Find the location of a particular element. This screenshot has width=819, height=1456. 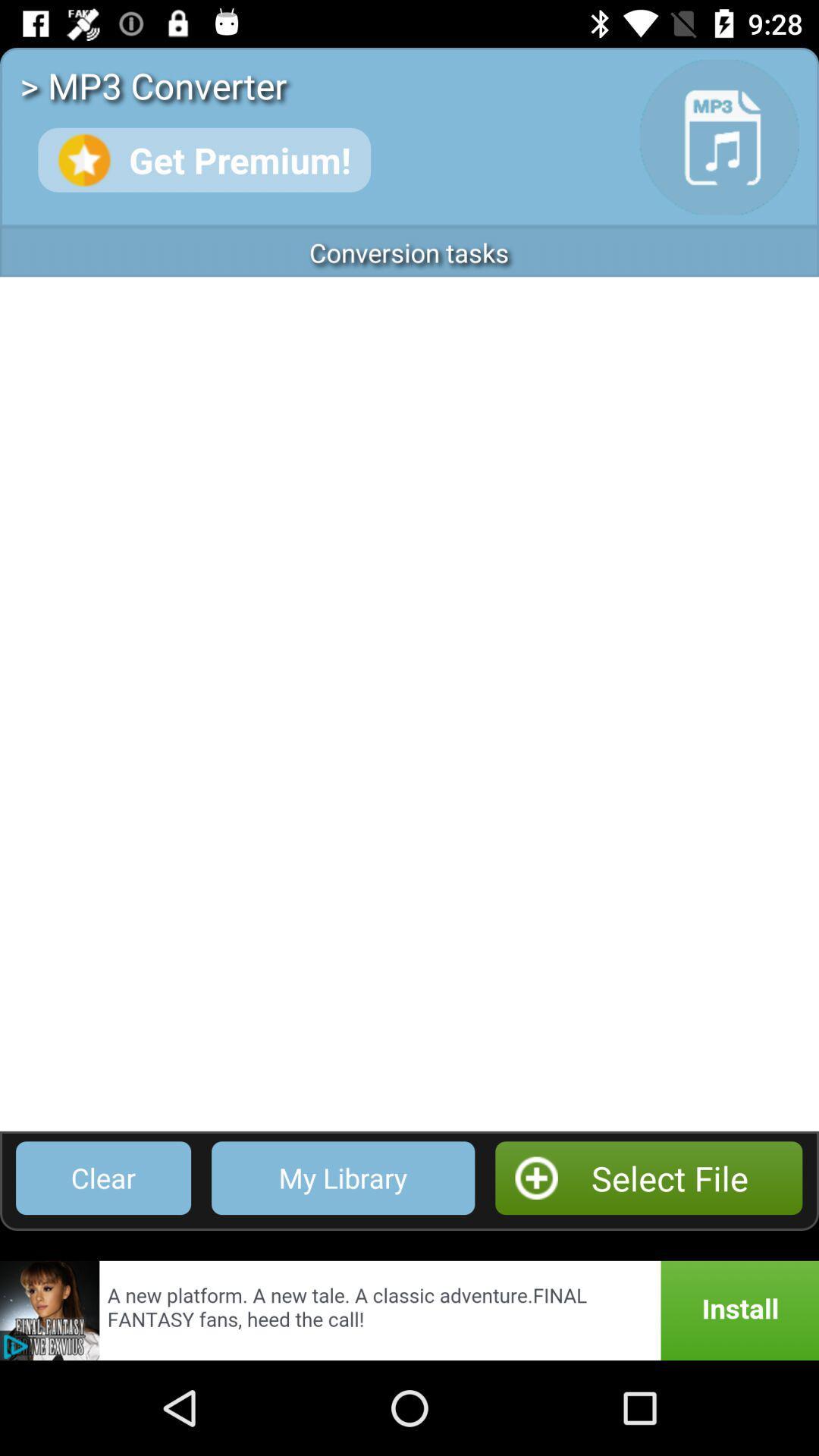

icon below the > mp3 converter is located at coordinates (203, 160).